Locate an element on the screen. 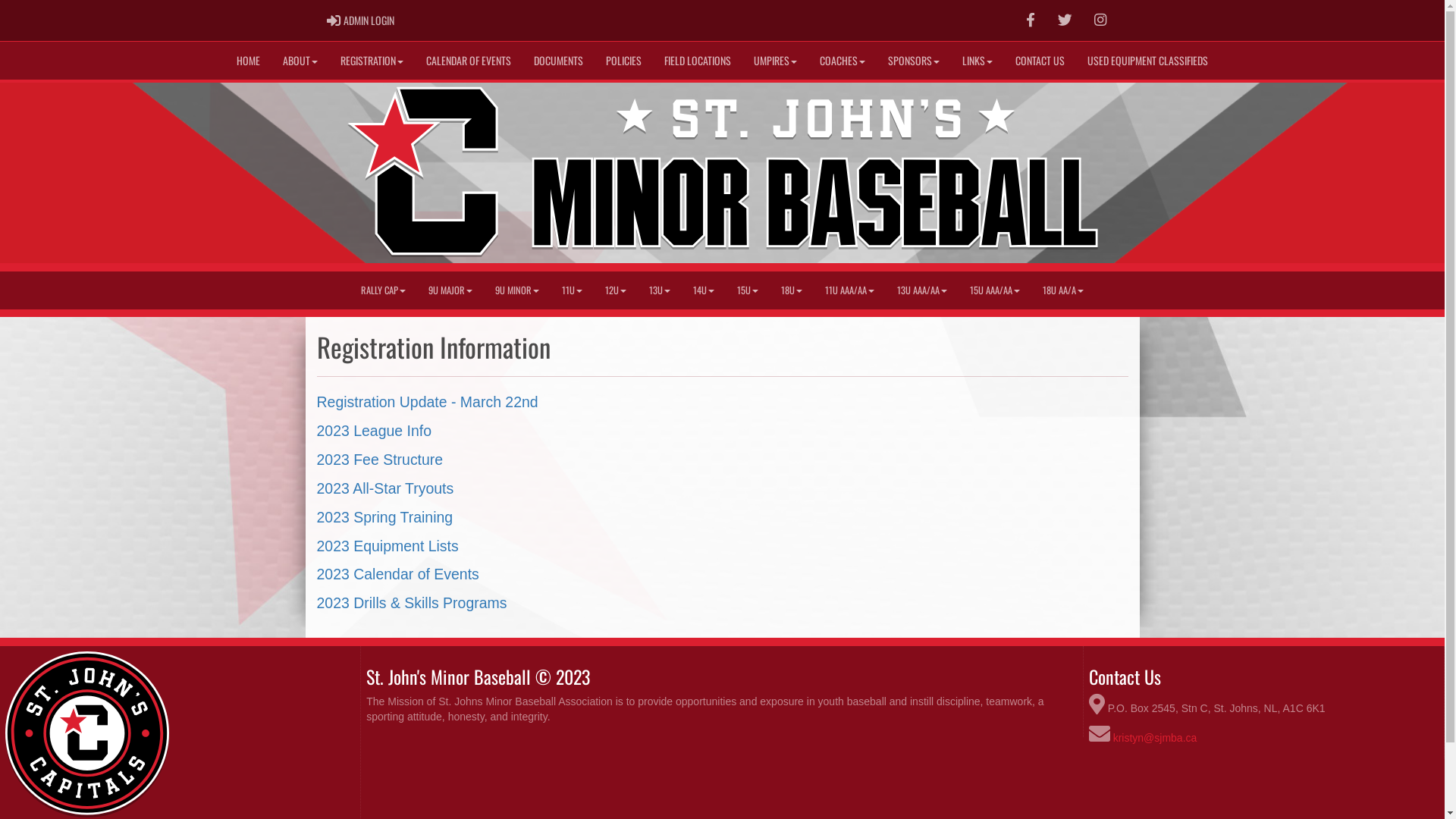 The height and width of the screenshot is (819, 1456). 'ABOUT' is located at coordinates (271, 60).